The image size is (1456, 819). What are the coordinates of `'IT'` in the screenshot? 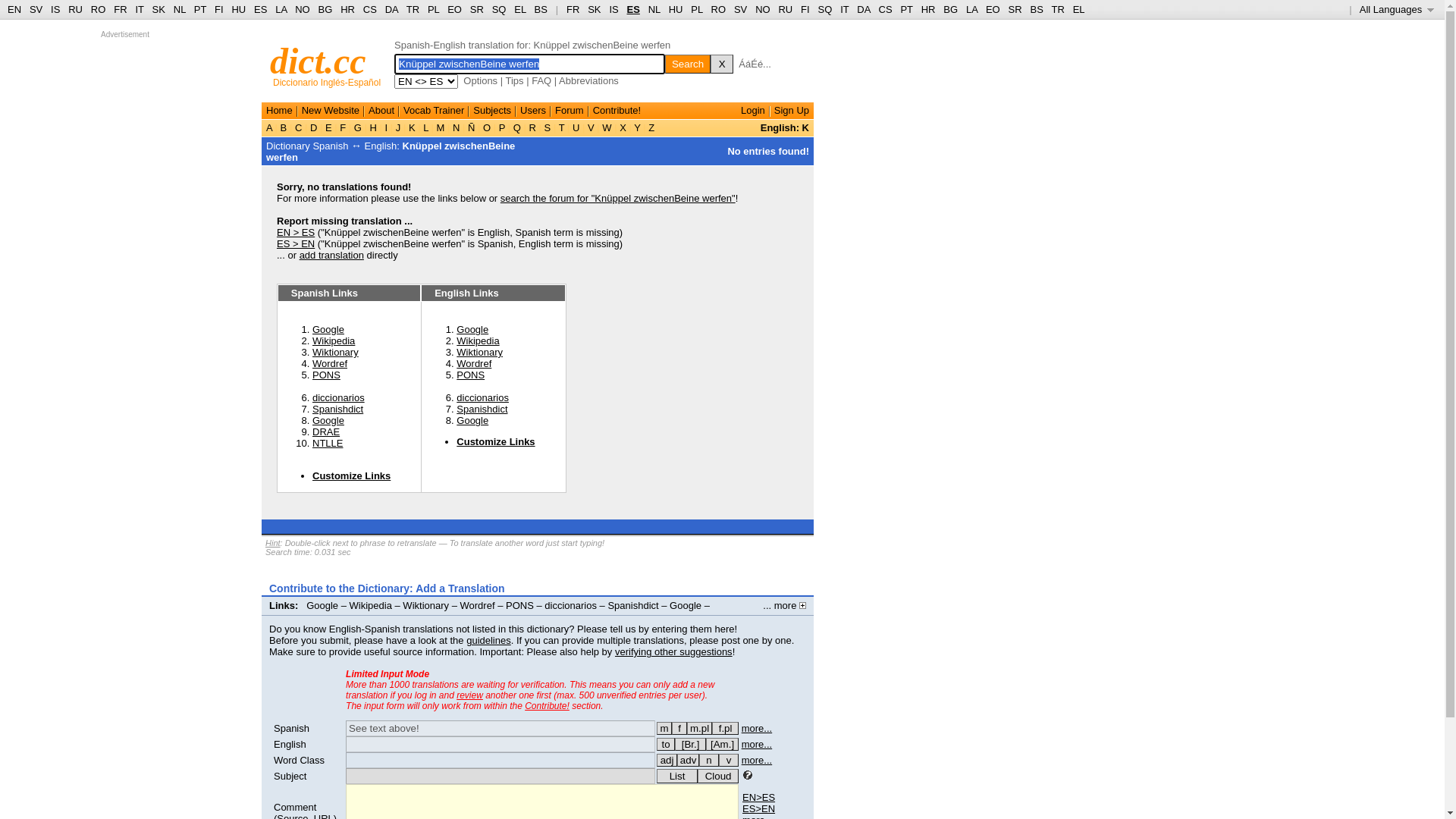 It's located at (843, 9).